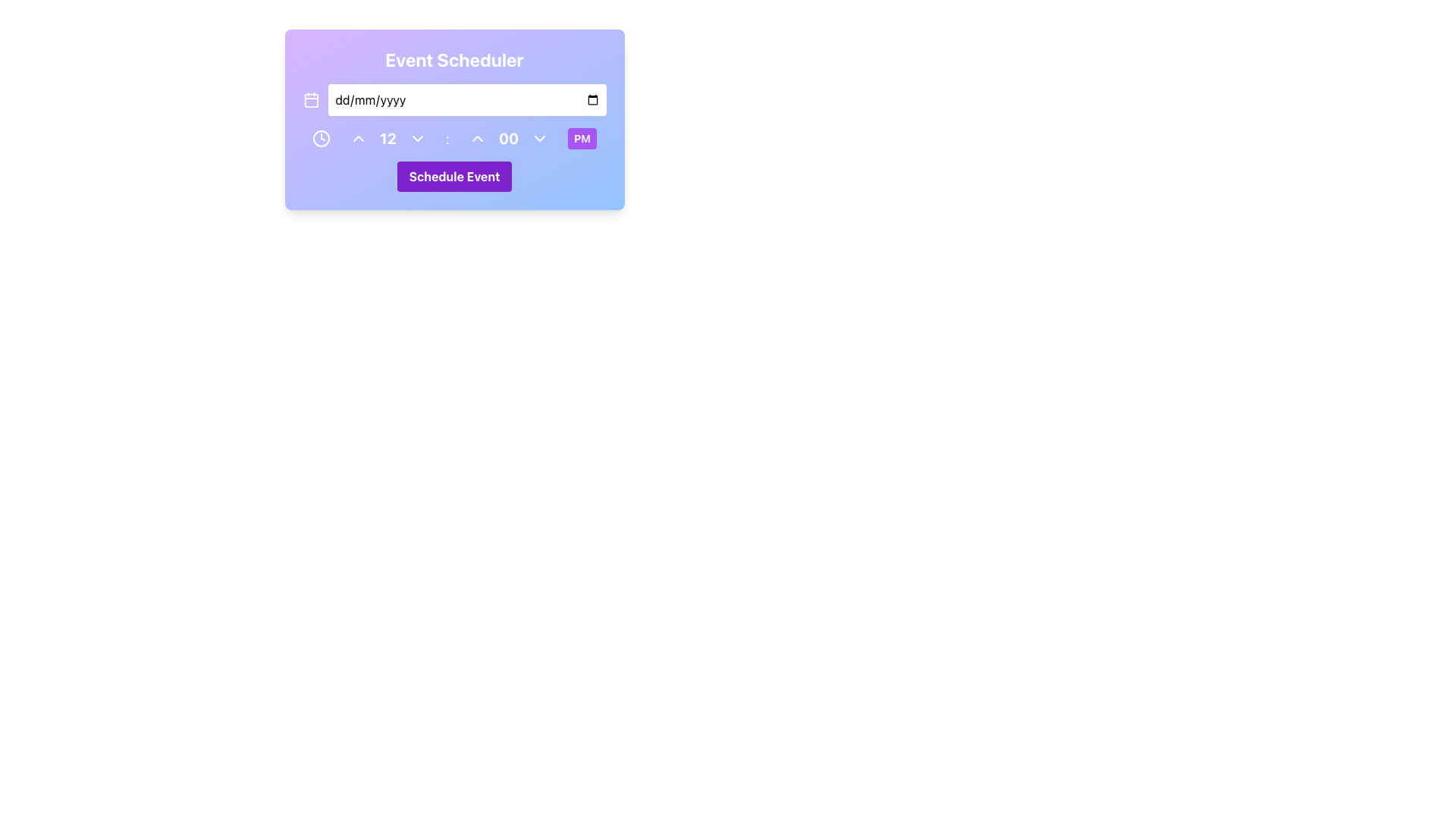 This screenshot has height=819, width=1456. I want to click on the decorative SVG Circle that represents the outer structure of the clock icon in the Event Scheduler section, so click(320, 138).